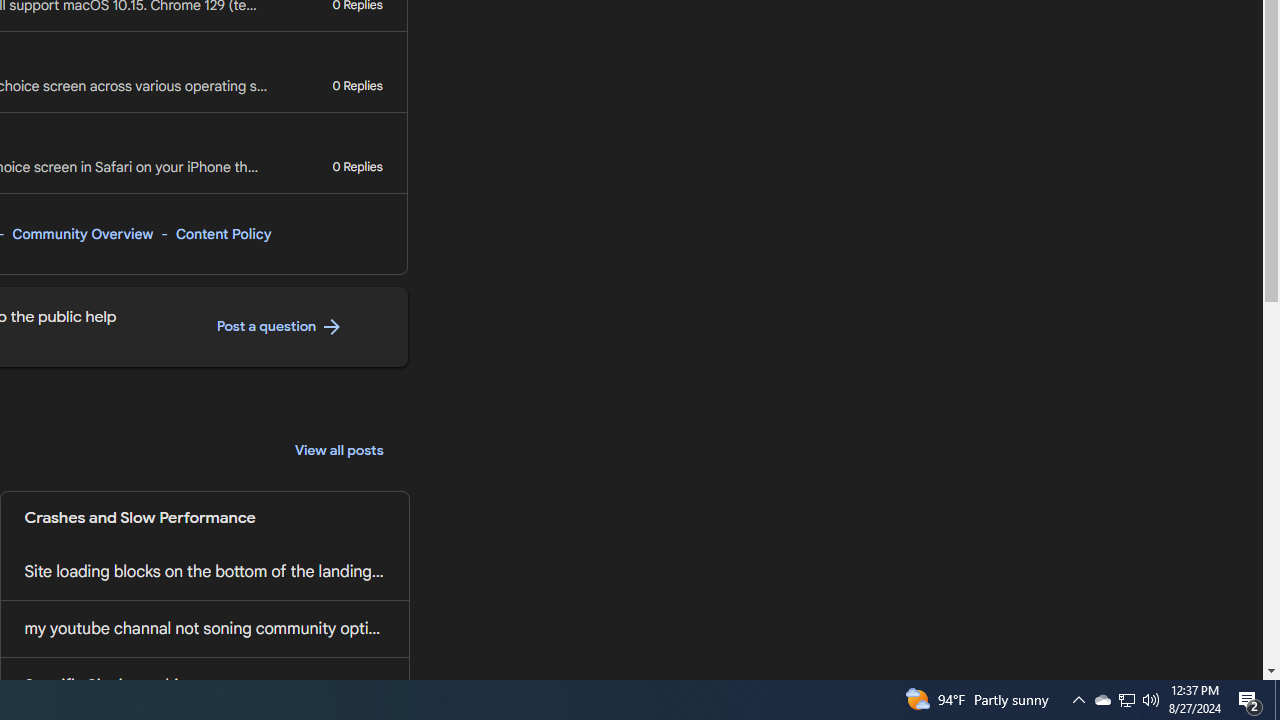 This screenshot has width=1280, height=720. I want to click on 'Content Policy', so click(223, 233).